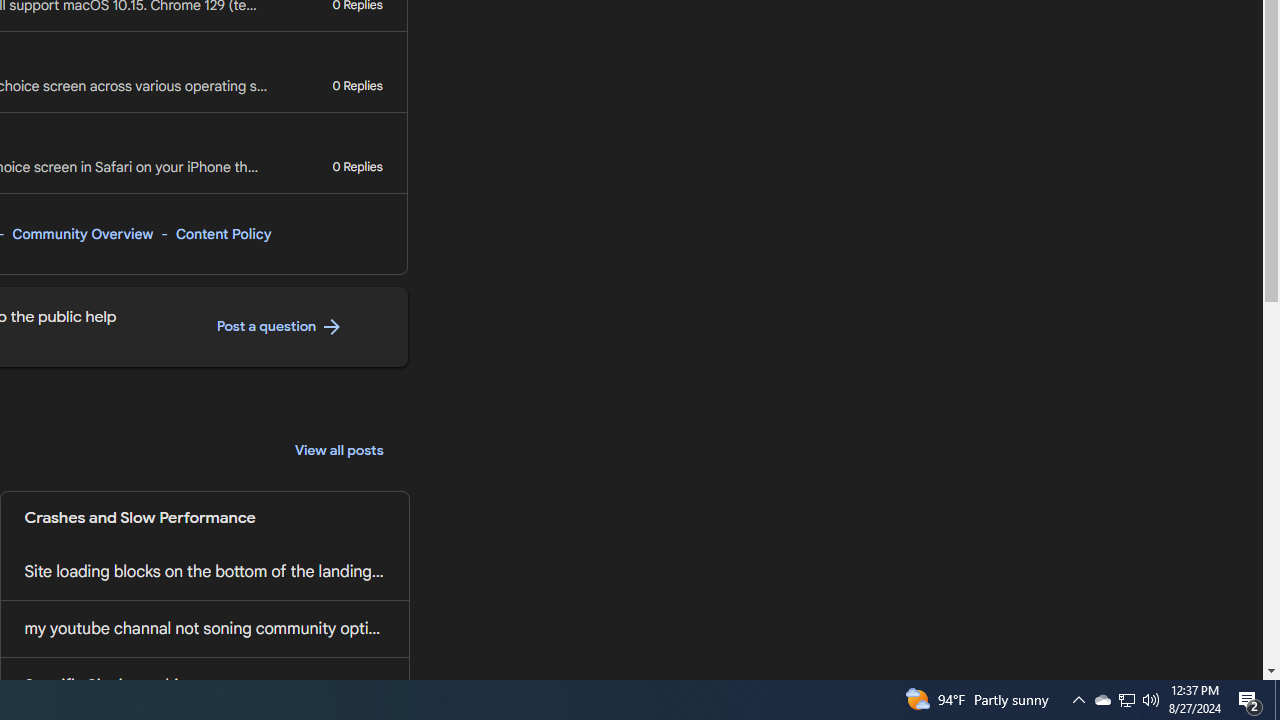 This screenshot has width=1280, height=720. I want to click on 'Content Policy', so click(223, 233).